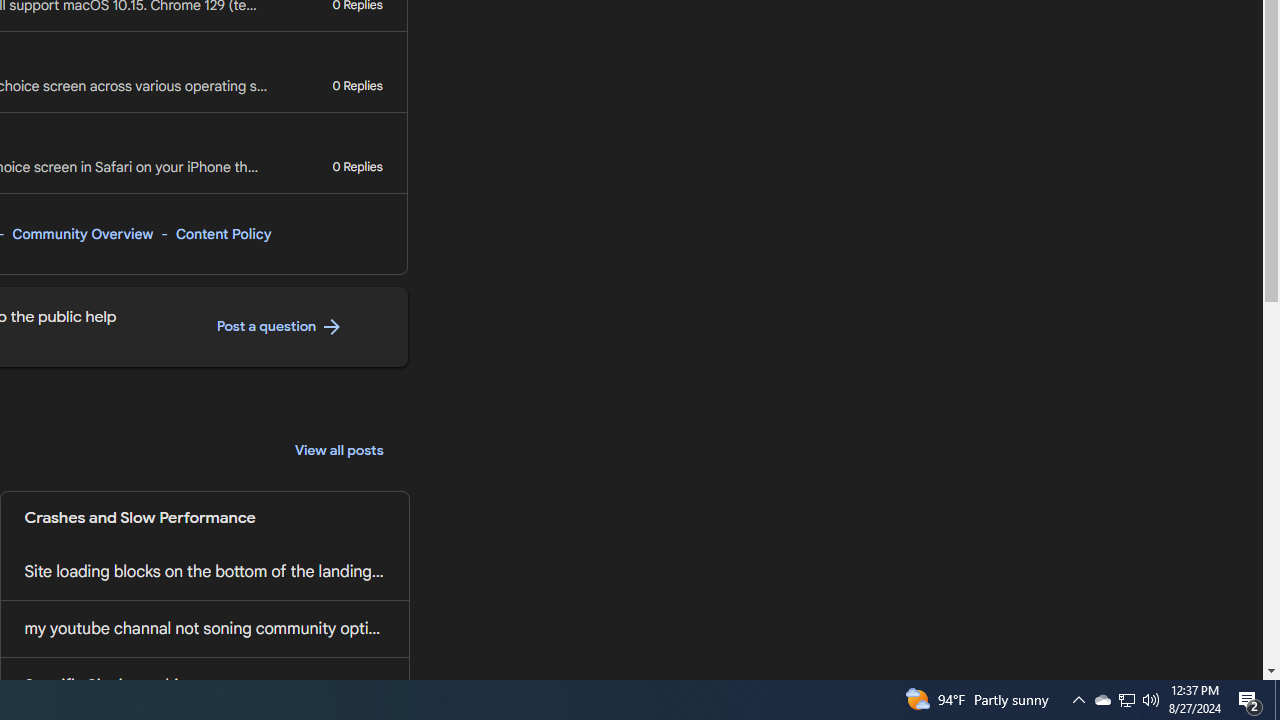 This screenshot has width=1280, height=720. I want to click on 'Content Policy', so click(223, 233).